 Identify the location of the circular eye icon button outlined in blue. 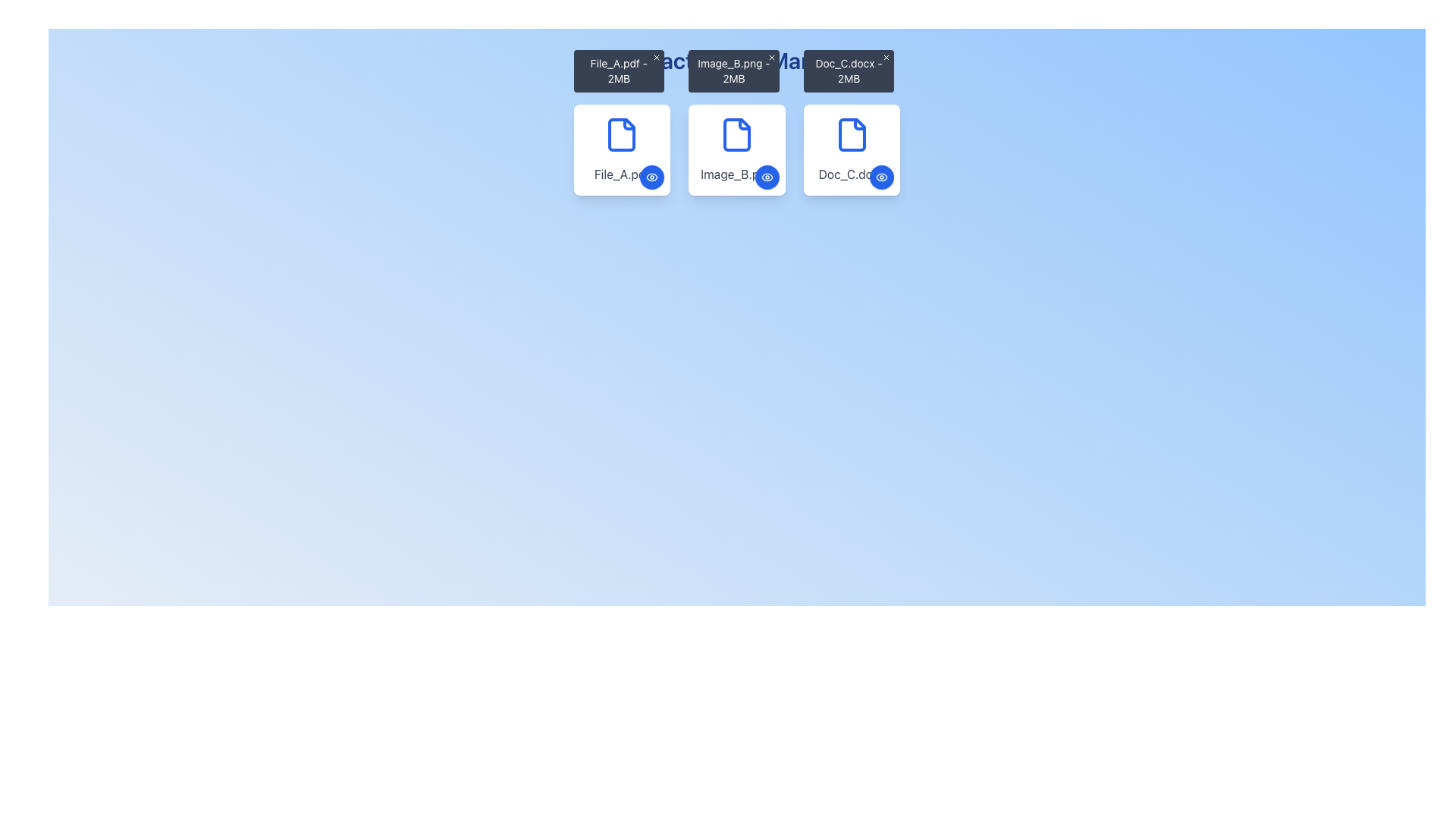
(882, 177).